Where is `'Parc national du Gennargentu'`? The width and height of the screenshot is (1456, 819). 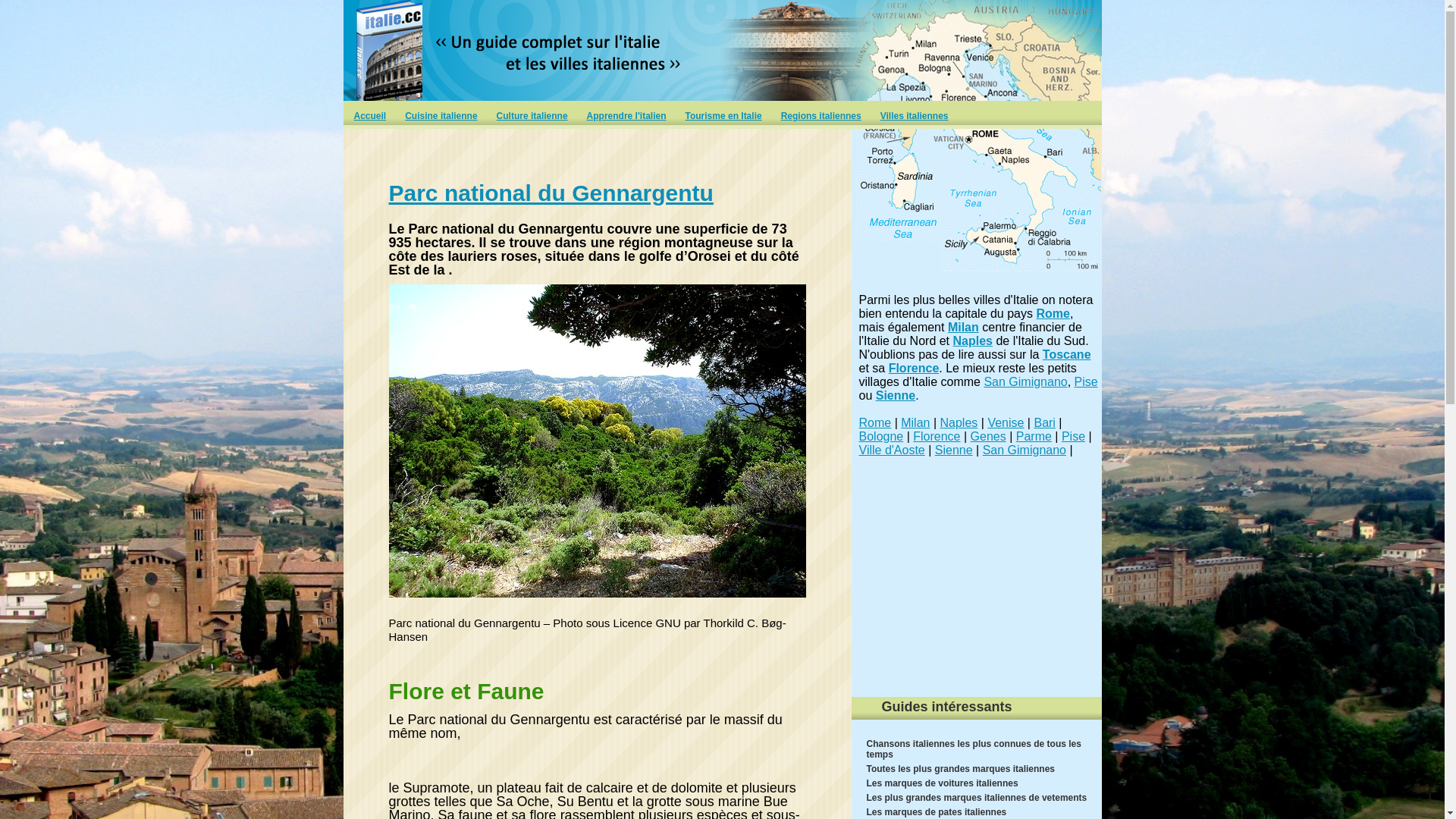
'Parc national du Gennargentu' is located at coordinates (598, 446).